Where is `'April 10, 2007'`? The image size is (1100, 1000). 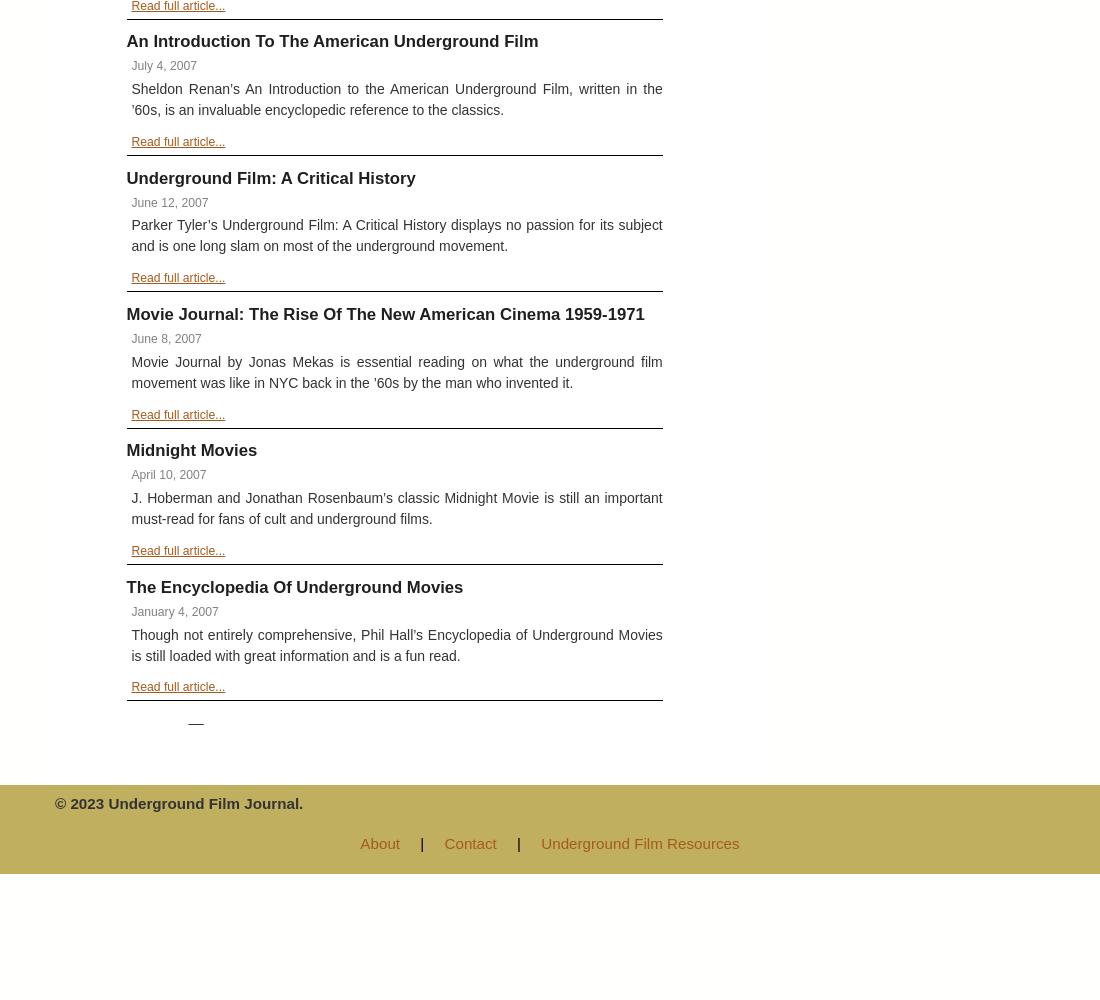 'April 10, 2007' is located at coordinates (167, 474).